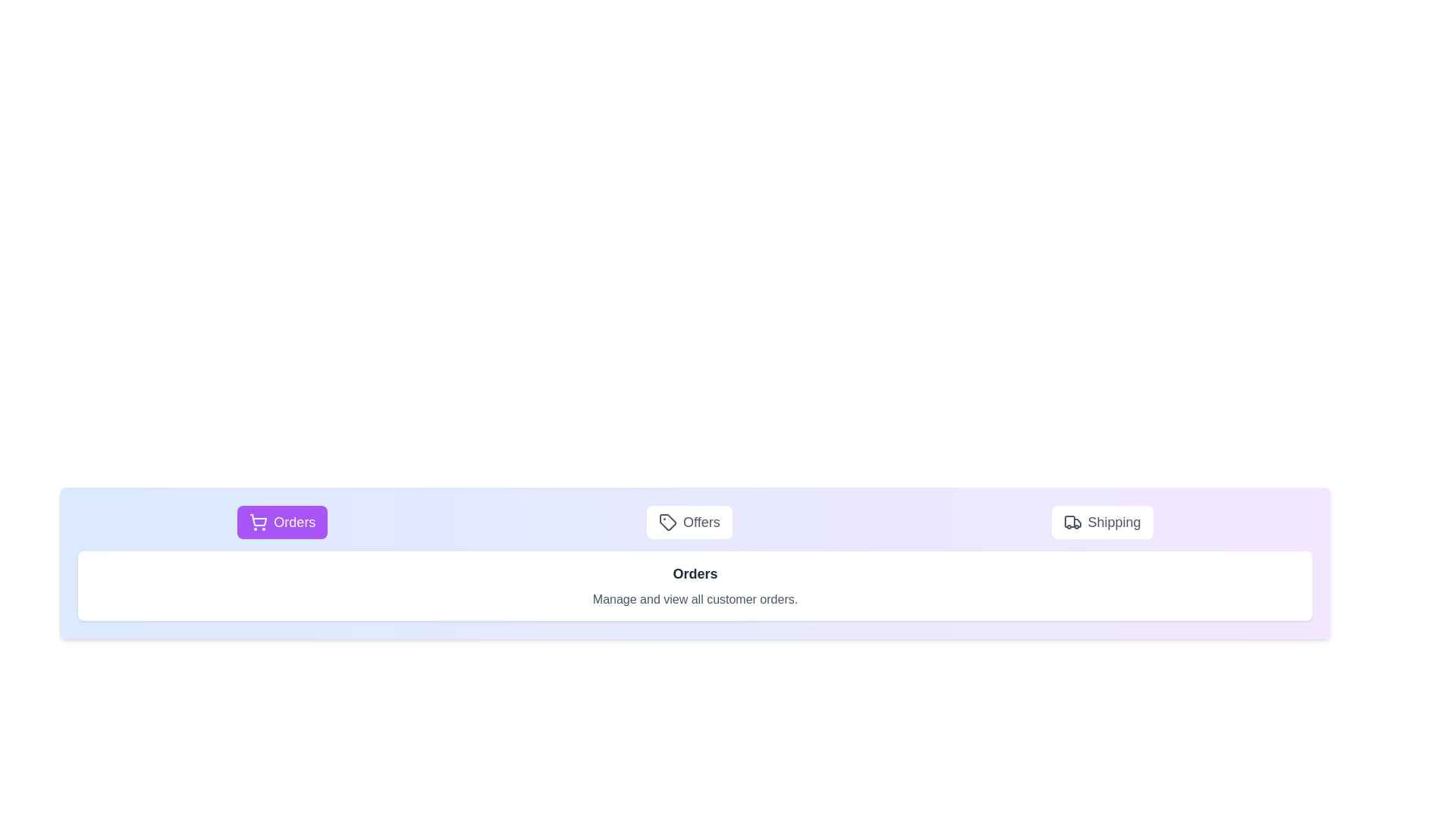 This screenshot has width=1456, height=819. I want to click on the Orders tab to observe the hover effect, so click(282, 522).